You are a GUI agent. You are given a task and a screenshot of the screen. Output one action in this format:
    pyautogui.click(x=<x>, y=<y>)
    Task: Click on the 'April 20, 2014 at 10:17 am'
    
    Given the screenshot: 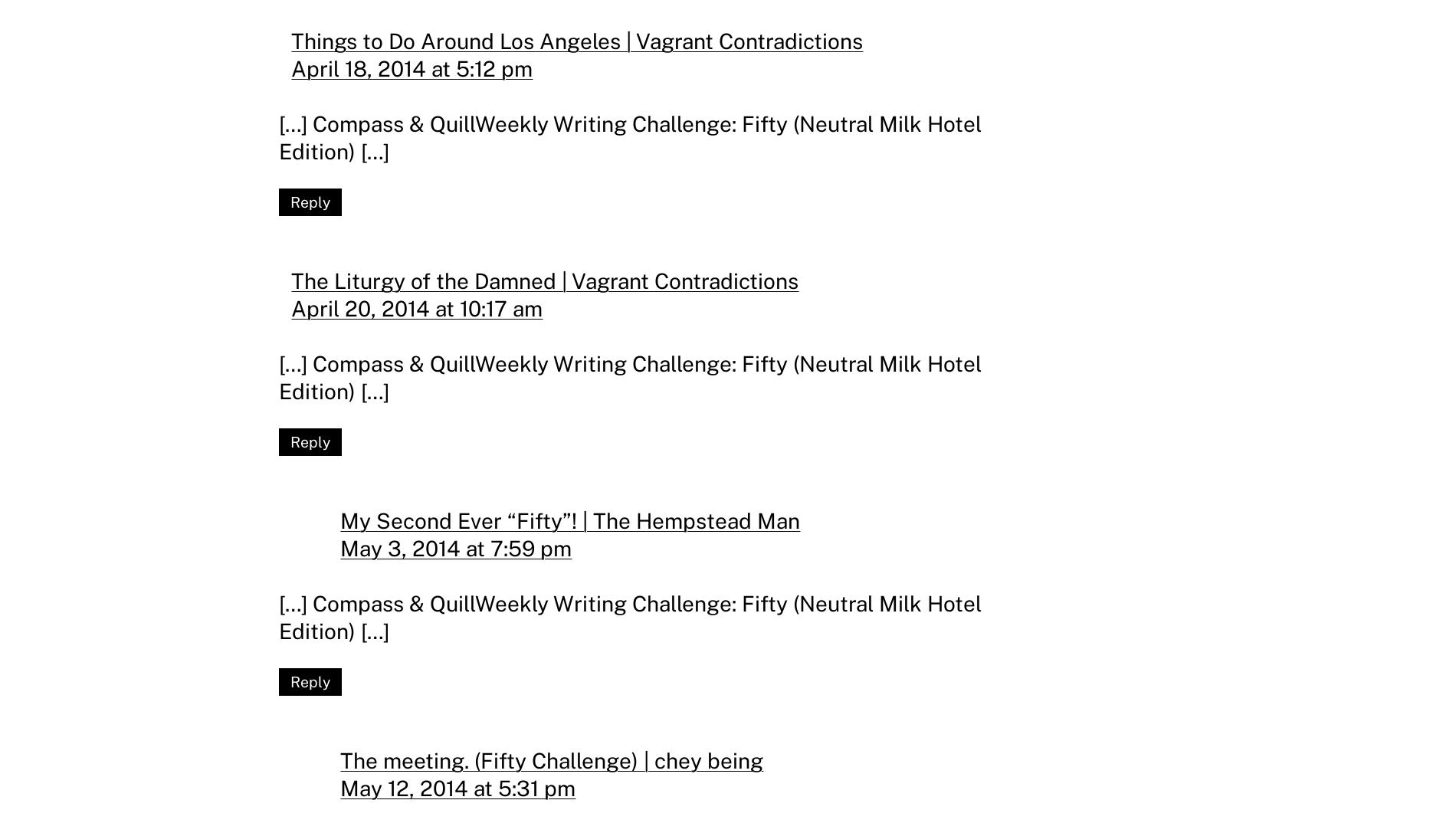 What is the action you would take?
    pyautogui.click(x=416, y=308)
    